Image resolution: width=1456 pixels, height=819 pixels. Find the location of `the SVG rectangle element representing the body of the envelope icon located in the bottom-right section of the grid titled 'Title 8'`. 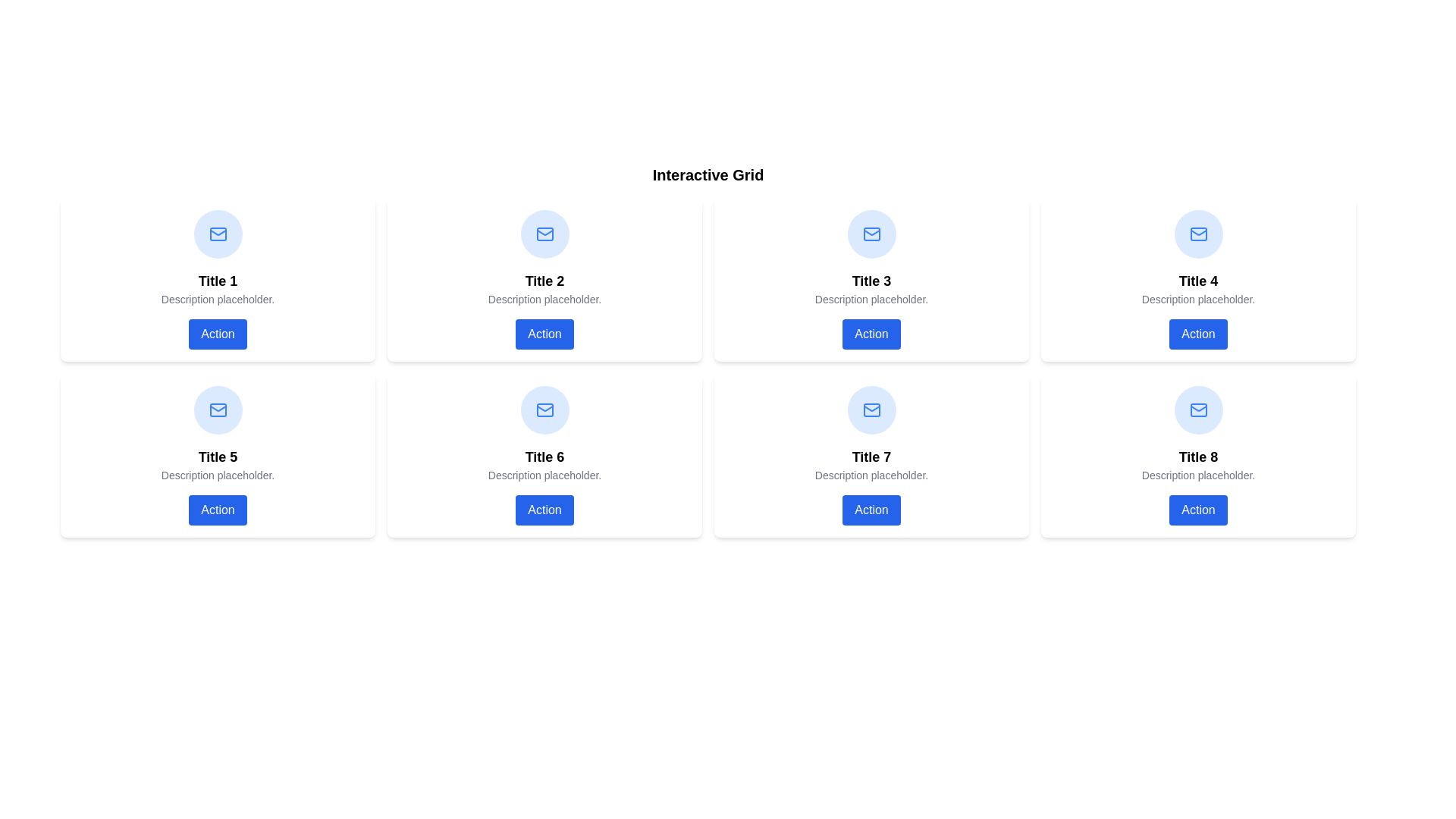

the SVG rectangle element representing the body of the envelope icon located in the bottom-right section of the grid titled 'Title 8' is located at coordinates (1197, 409).